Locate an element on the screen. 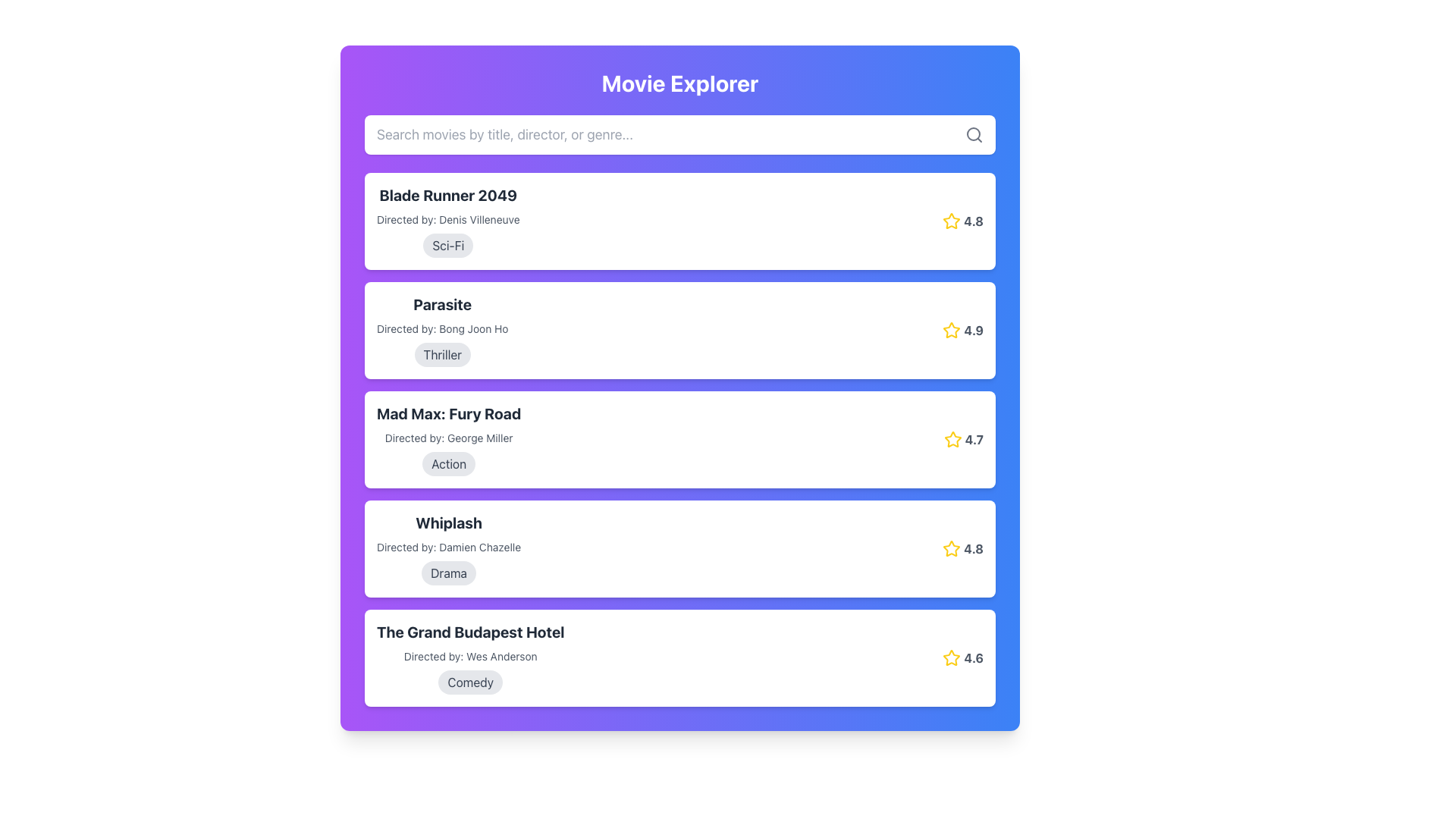 This screenshot has width=1456, height=819. the text label displaying the title 'Parasite' in bold, black font, which is centrally positioned above the text 'Directed by: Bong Joon Ho' within the second movie item in the vertical list is located at coordinates (441, 304).